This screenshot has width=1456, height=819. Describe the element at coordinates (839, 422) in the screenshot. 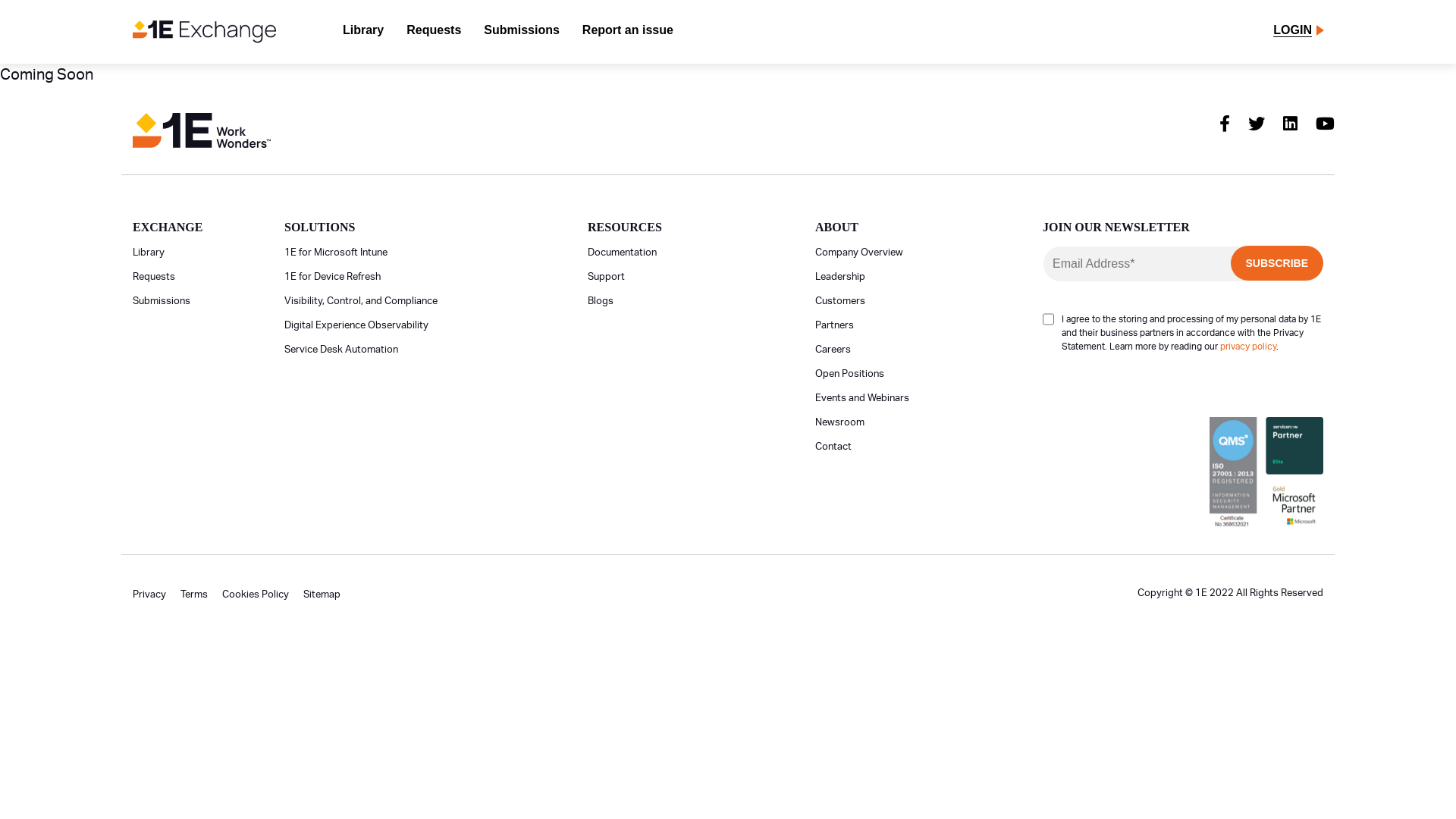

I see `'Newsroom'` at that location.